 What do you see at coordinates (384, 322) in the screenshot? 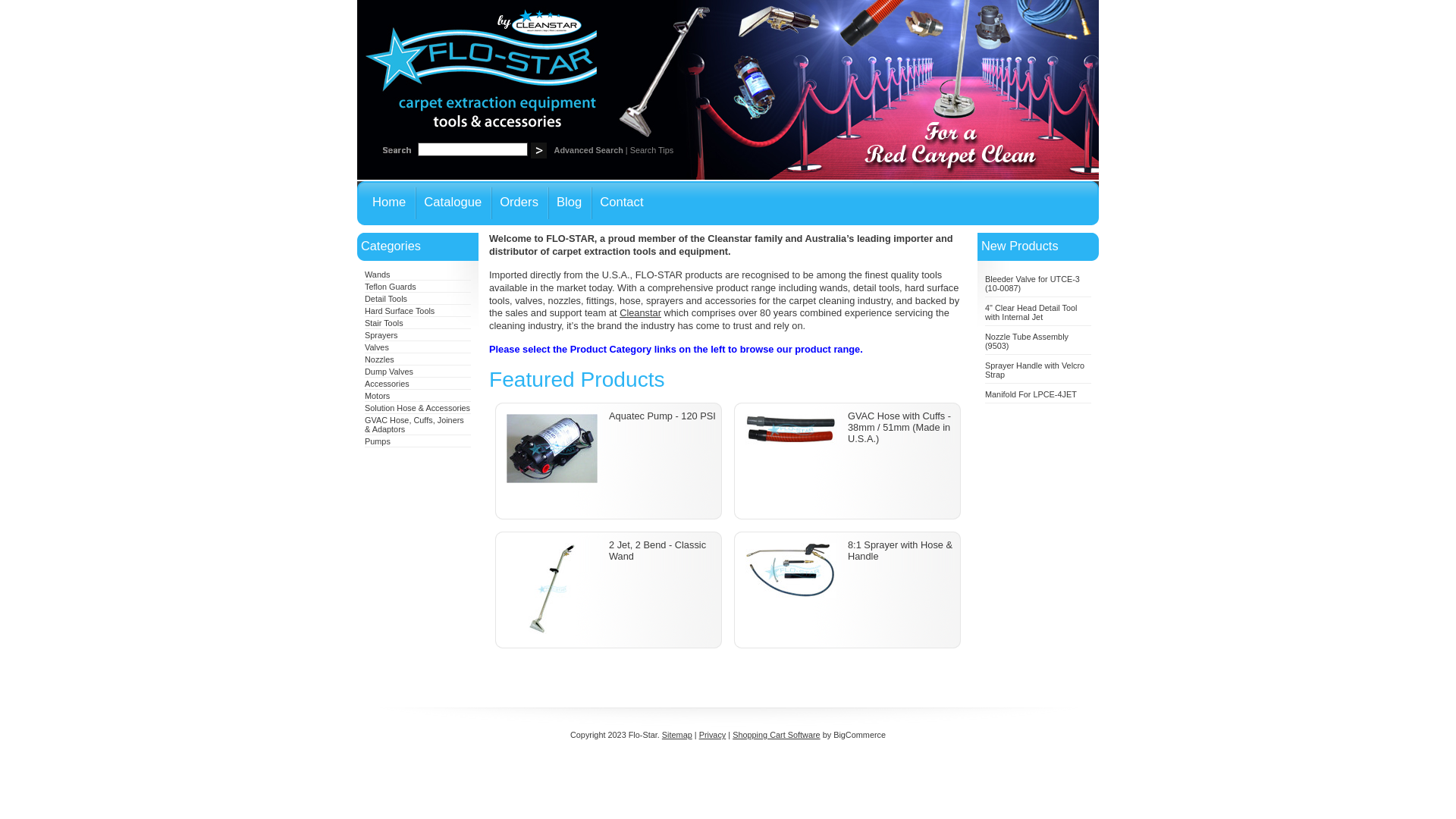
I see `'Stair Tools'` at bounding box center [384, 322].